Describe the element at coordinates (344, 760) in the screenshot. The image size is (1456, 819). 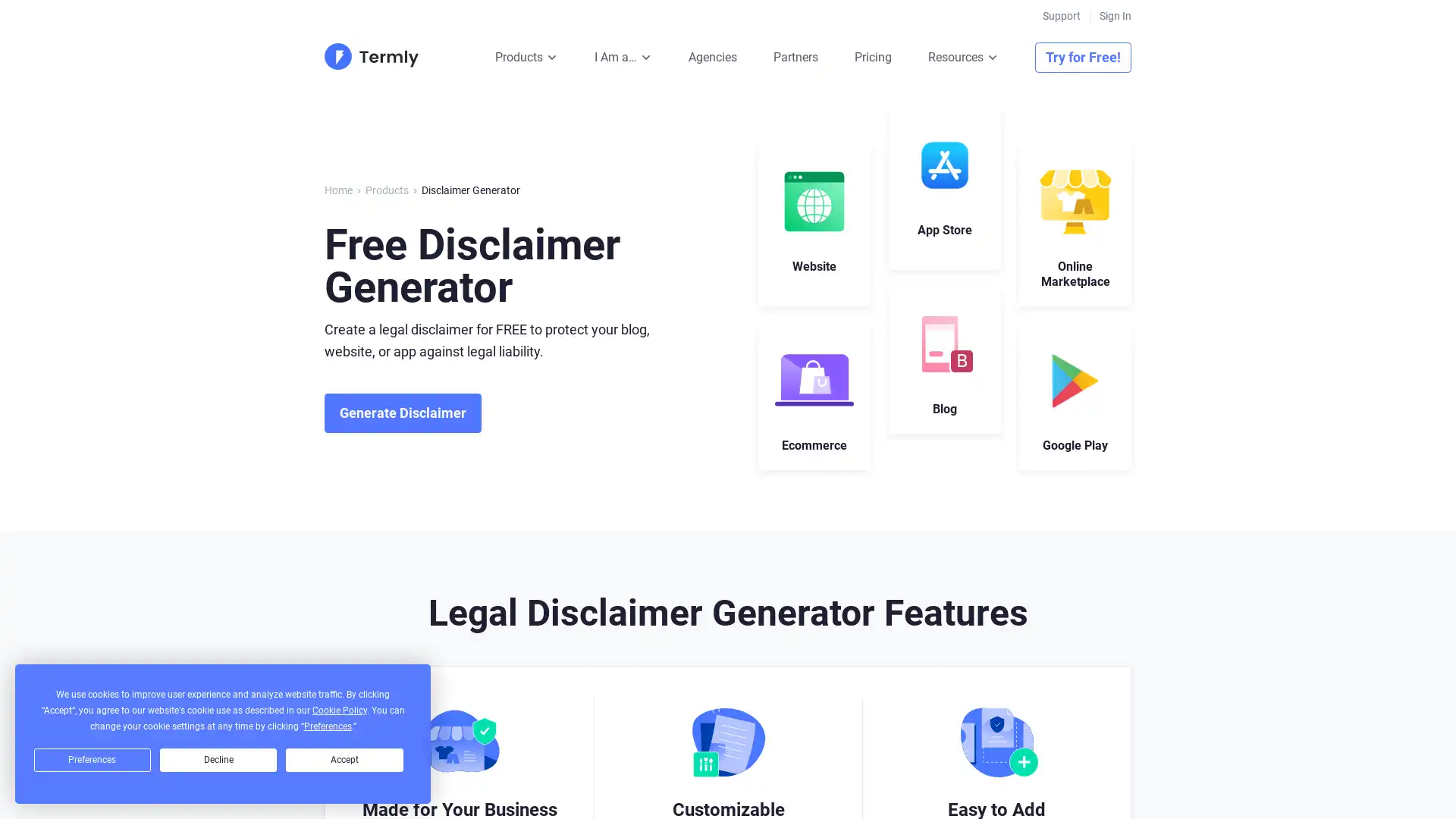
I see `Accept` at that location.